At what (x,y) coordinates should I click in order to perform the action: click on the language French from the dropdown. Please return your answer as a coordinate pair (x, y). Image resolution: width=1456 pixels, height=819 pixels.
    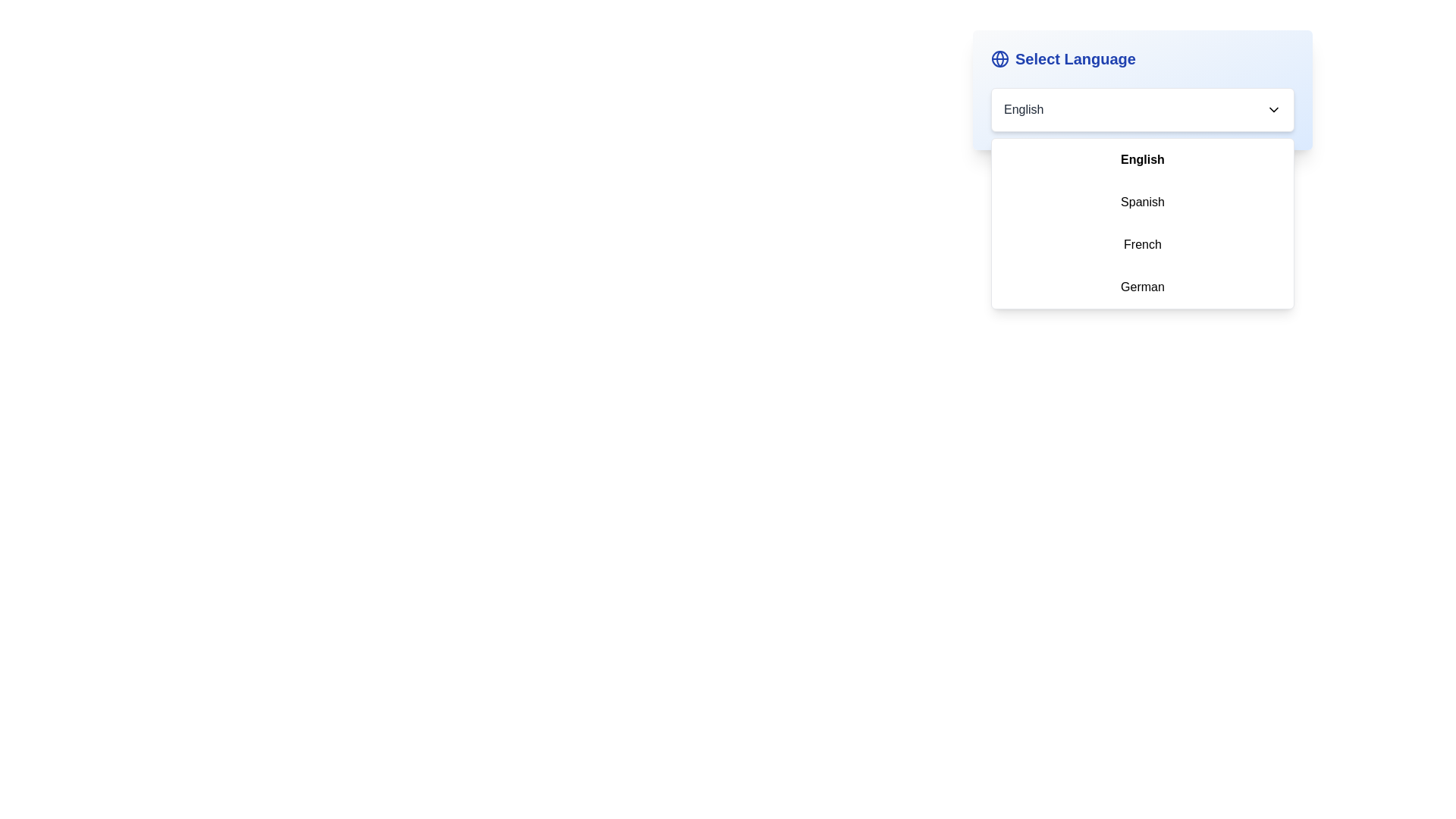
    Looking at the image, I should click on (1143, 244).